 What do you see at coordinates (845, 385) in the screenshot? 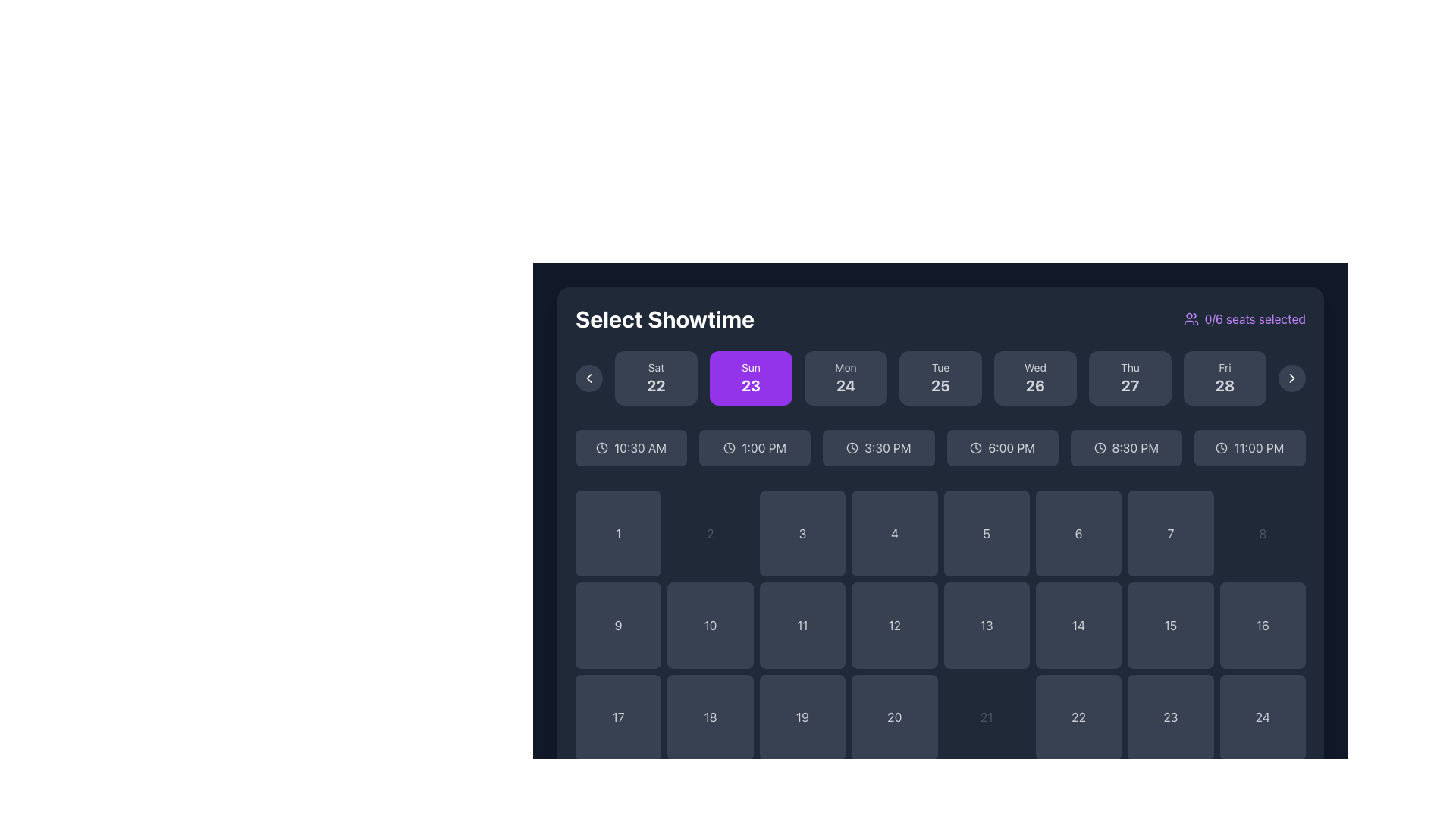
I see `the text label displaying the numeric date '24' in the day selection interface for scheduling purposes` at bounding box center [845, 385].